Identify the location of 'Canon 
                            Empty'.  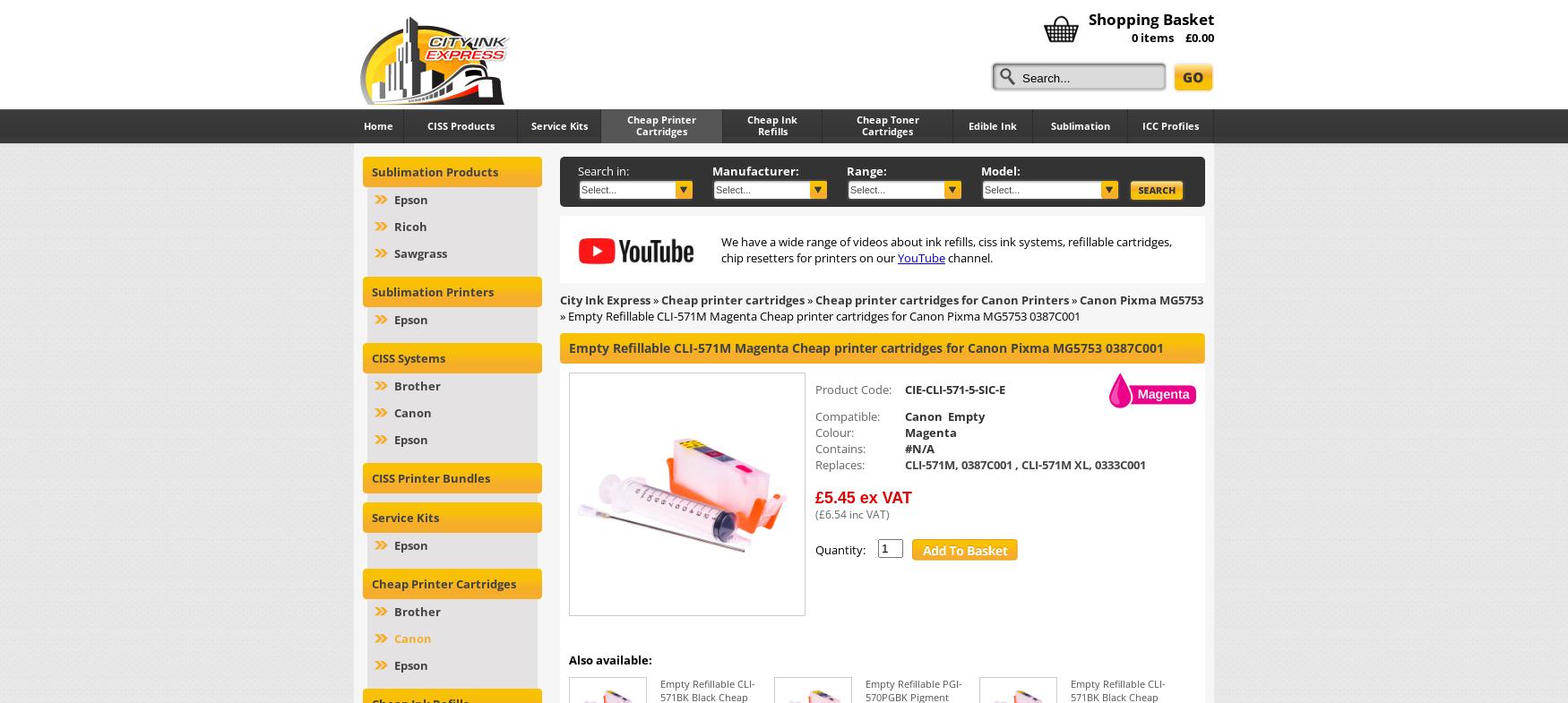
(943, 416).